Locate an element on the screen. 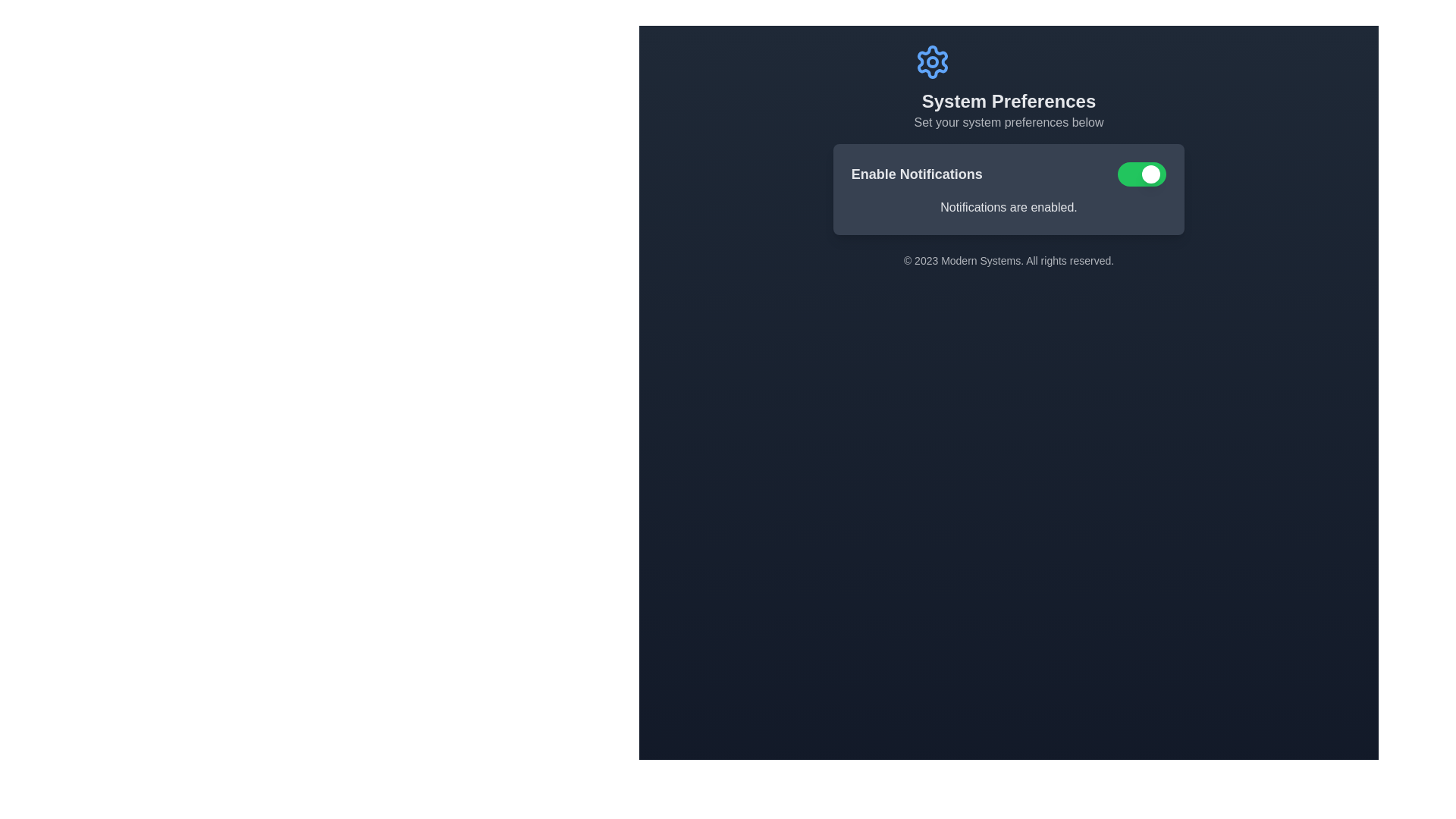 The height and width of the screenshot is (819, 1456). the gear-shaped icon representing settings, which is centrally aligned above the text 'System Preferences' on a dark background is located at coordinates (931, 61).